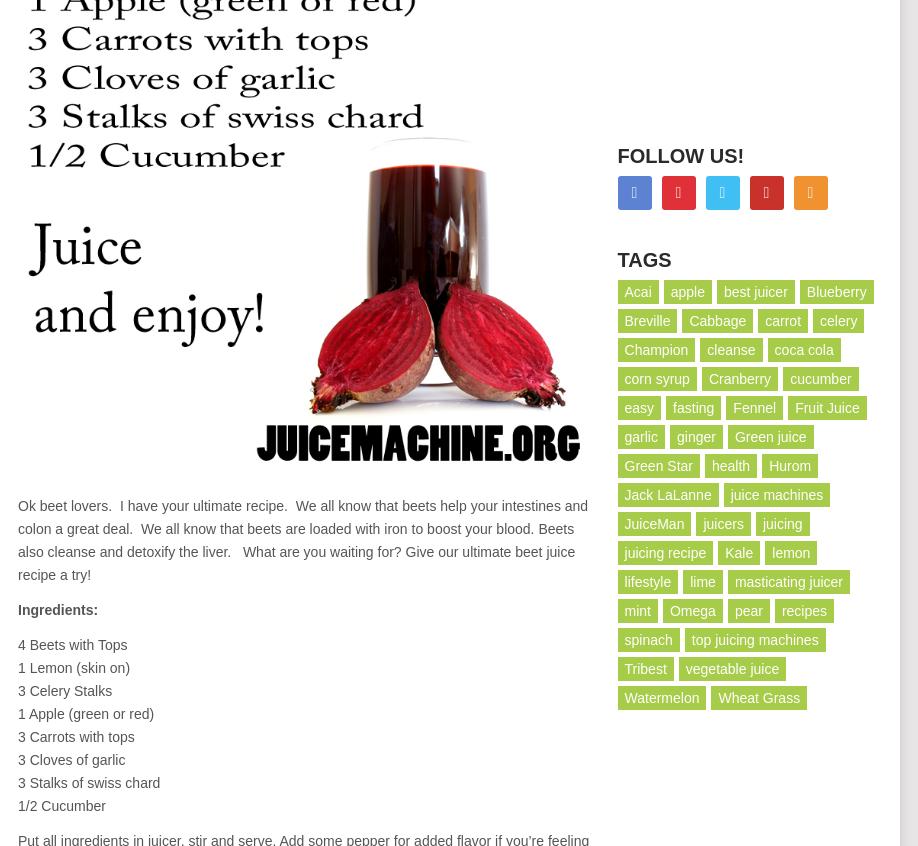  Describe the element at coordinates (61, 804) in the screenshot. I see `'1/2 Cucumber'` at that location.